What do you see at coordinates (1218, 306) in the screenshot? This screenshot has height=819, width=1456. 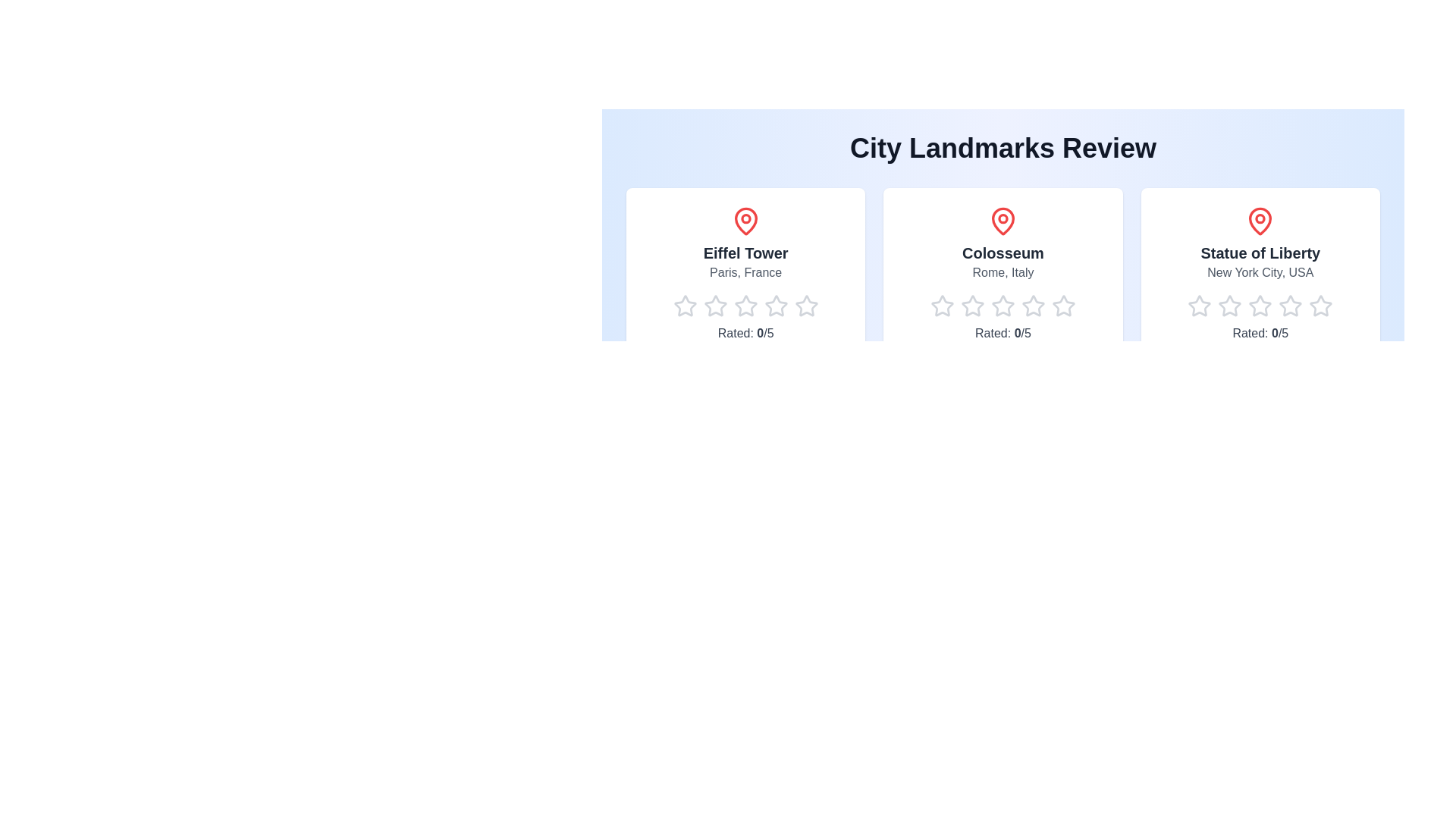 I see `the star corresponding to 2 for the landmark Statue of Liberty` at bounding box center [1218, 306].